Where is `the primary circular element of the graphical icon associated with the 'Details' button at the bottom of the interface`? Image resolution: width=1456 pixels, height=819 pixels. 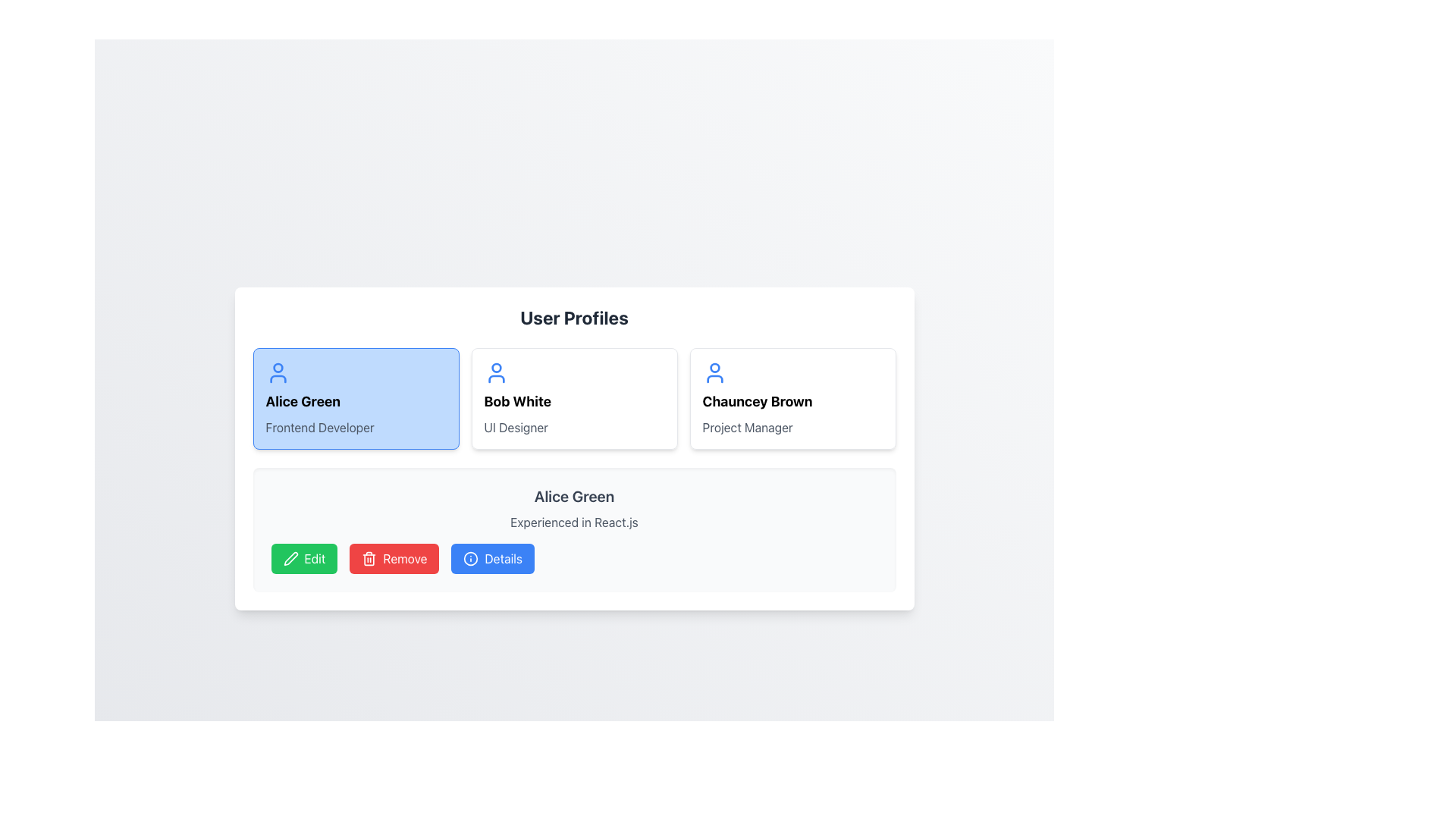
the primary circular element of the graphical icon associated with the 'Details' button at the bottom of the interface is located at coordinates (470, 558).